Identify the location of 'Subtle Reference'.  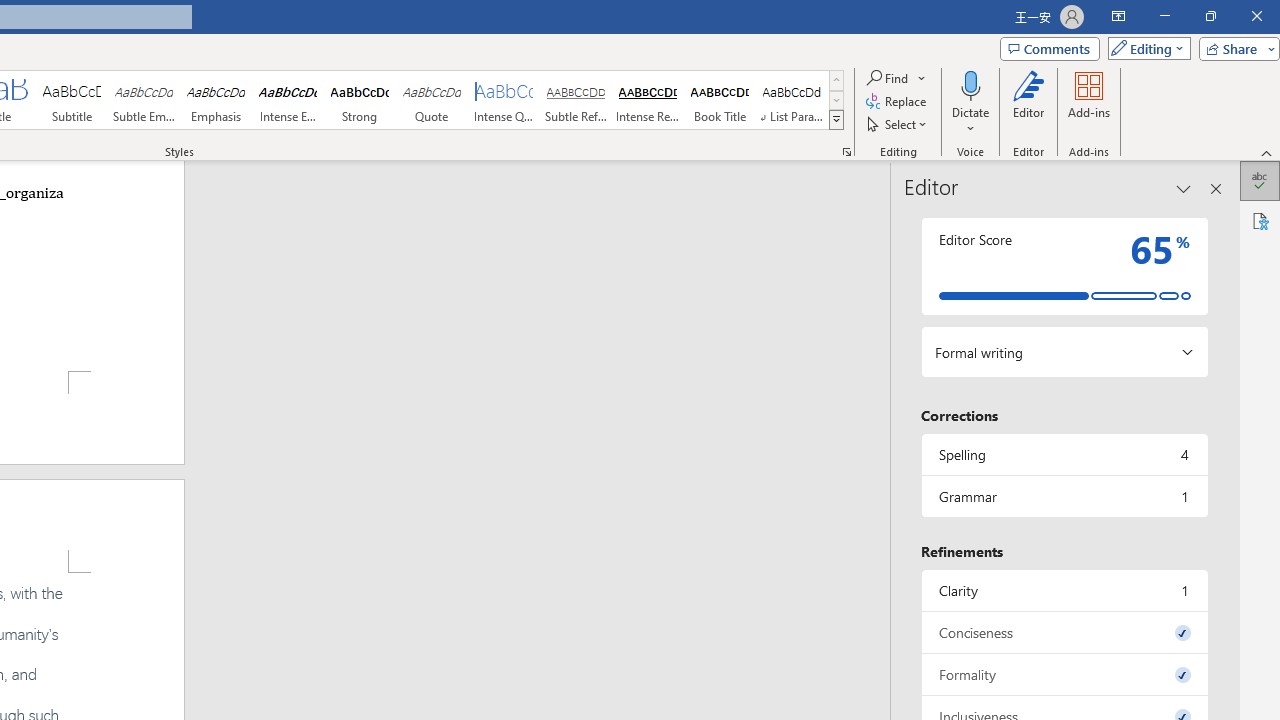
(575, 100).